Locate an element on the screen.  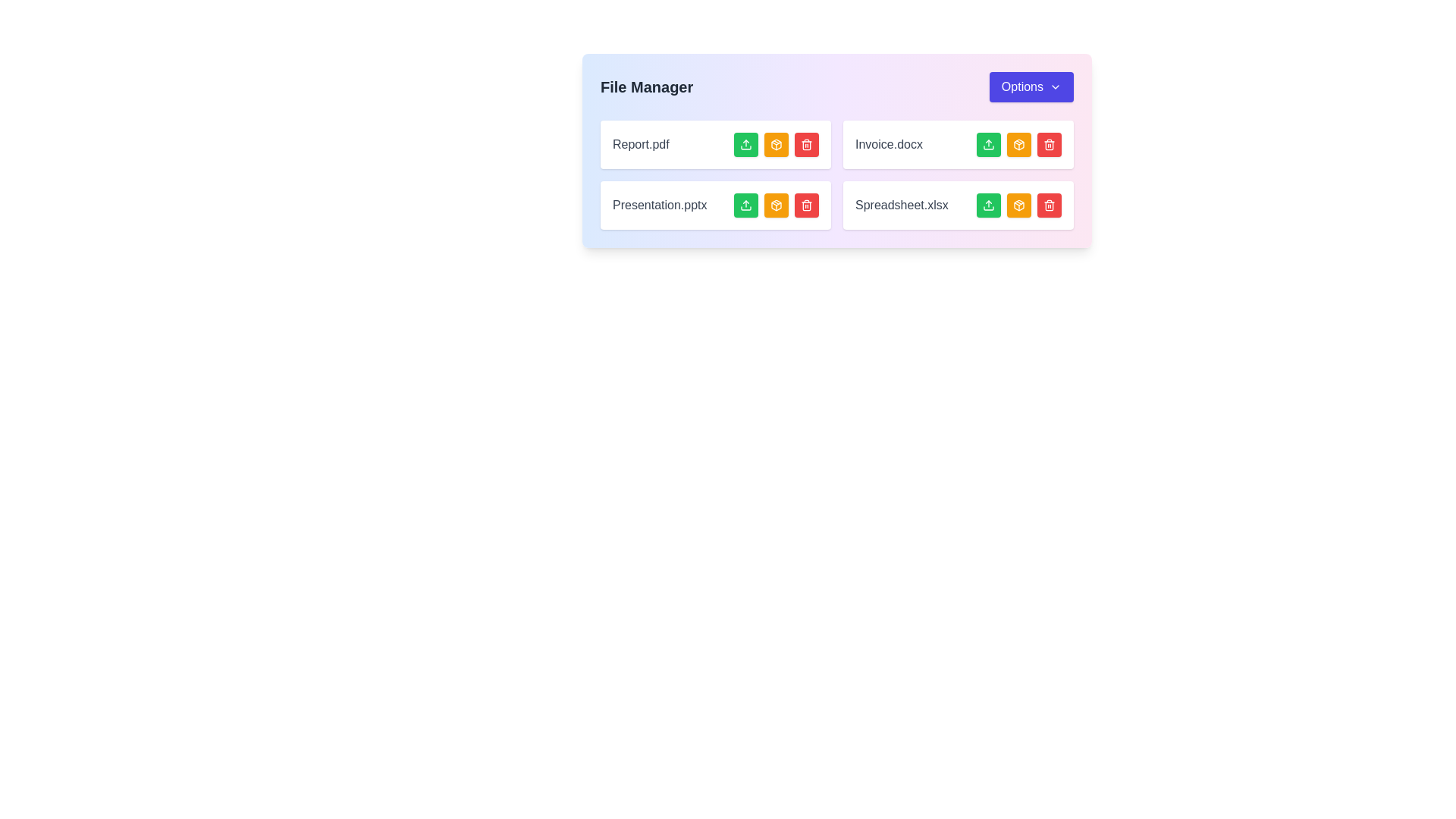
the delete icon within the red button associated with 'Spreadsheet.xlsx' is located at coordinates (1048, 205).